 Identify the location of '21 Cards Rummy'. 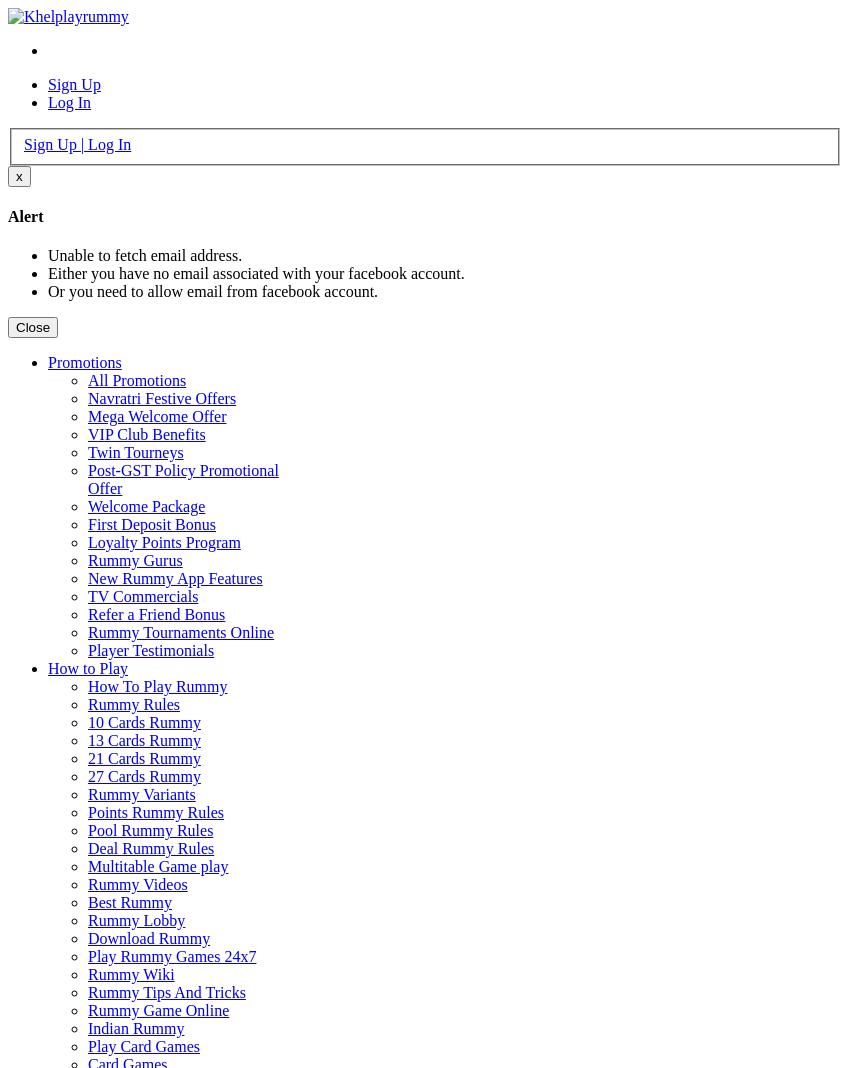
(143, 758).